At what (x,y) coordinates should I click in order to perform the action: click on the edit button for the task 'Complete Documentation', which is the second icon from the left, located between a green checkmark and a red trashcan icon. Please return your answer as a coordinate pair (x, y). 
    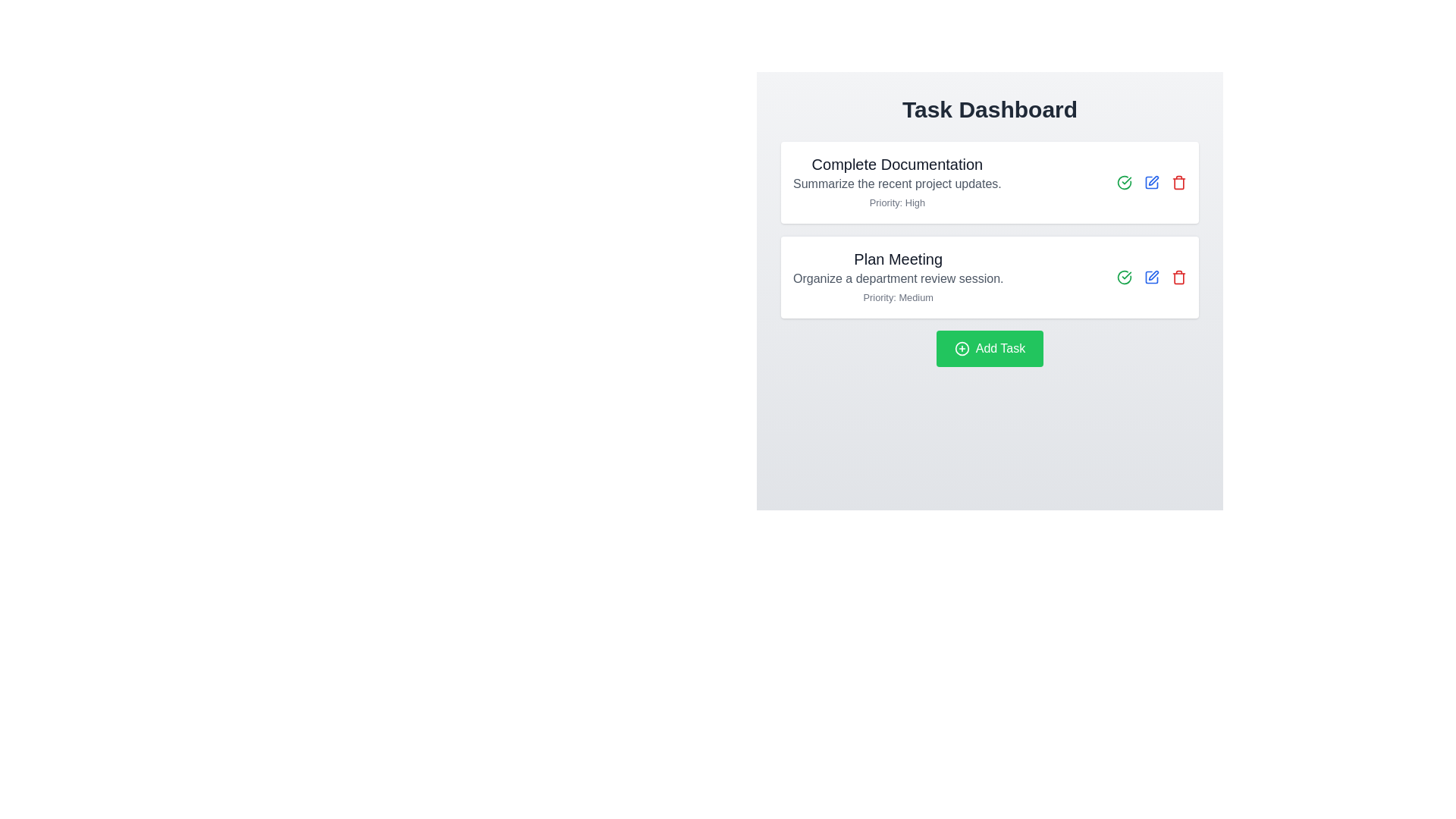
    Looking at the image, I should click on (1151, 181).